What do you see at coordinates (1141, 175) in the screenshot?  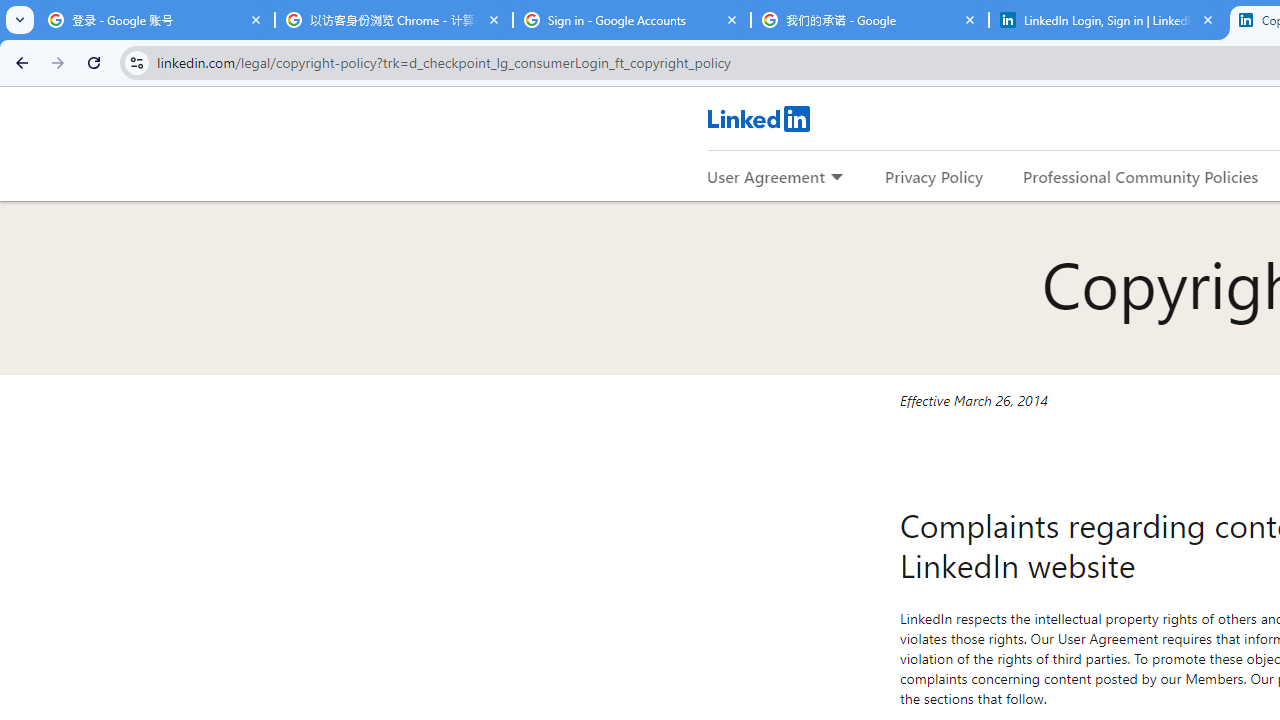 I see `'Professional Community Policies'` at bounding box center [1141, 175].